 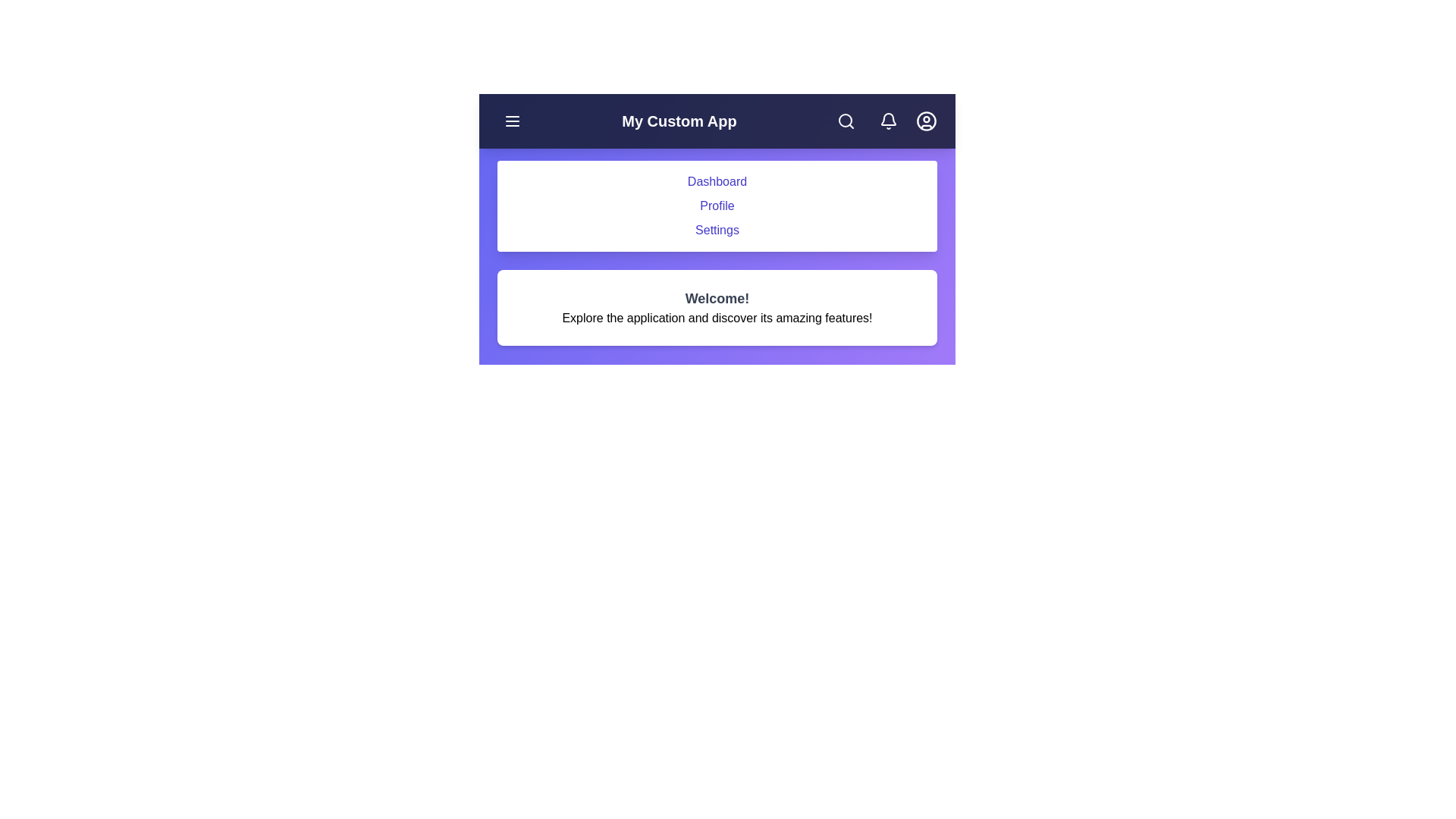 What do you see at coordinates (845, 120) in the screenshot?
I see `the search button to toggle the visibility of the search bar` at bounding box center [845, 120].